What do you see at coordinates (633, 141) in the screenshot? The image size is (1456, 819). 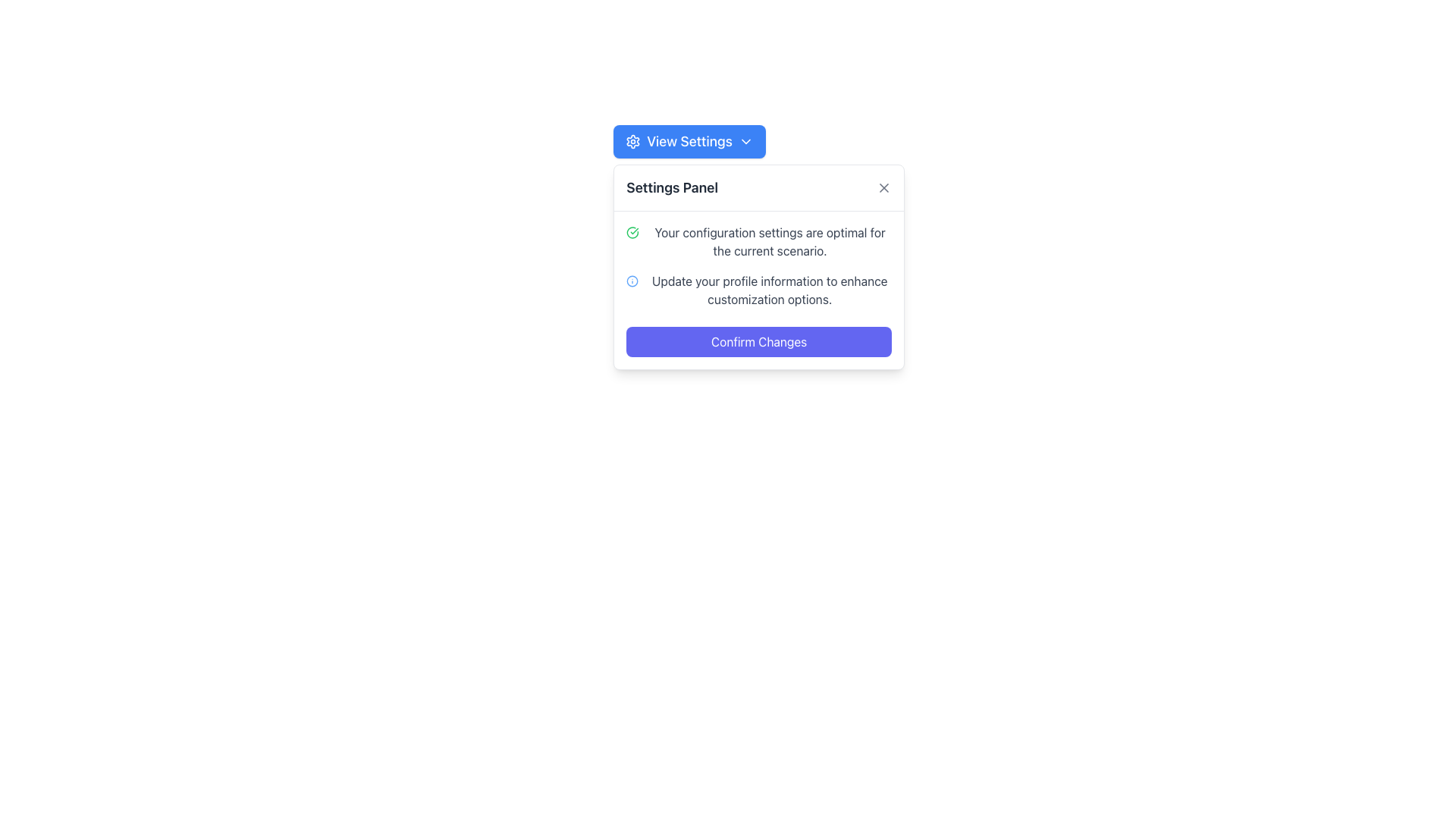 I see `the settings icon located on the left end of the 'View Settings' button` at bounding box center [633, 141].